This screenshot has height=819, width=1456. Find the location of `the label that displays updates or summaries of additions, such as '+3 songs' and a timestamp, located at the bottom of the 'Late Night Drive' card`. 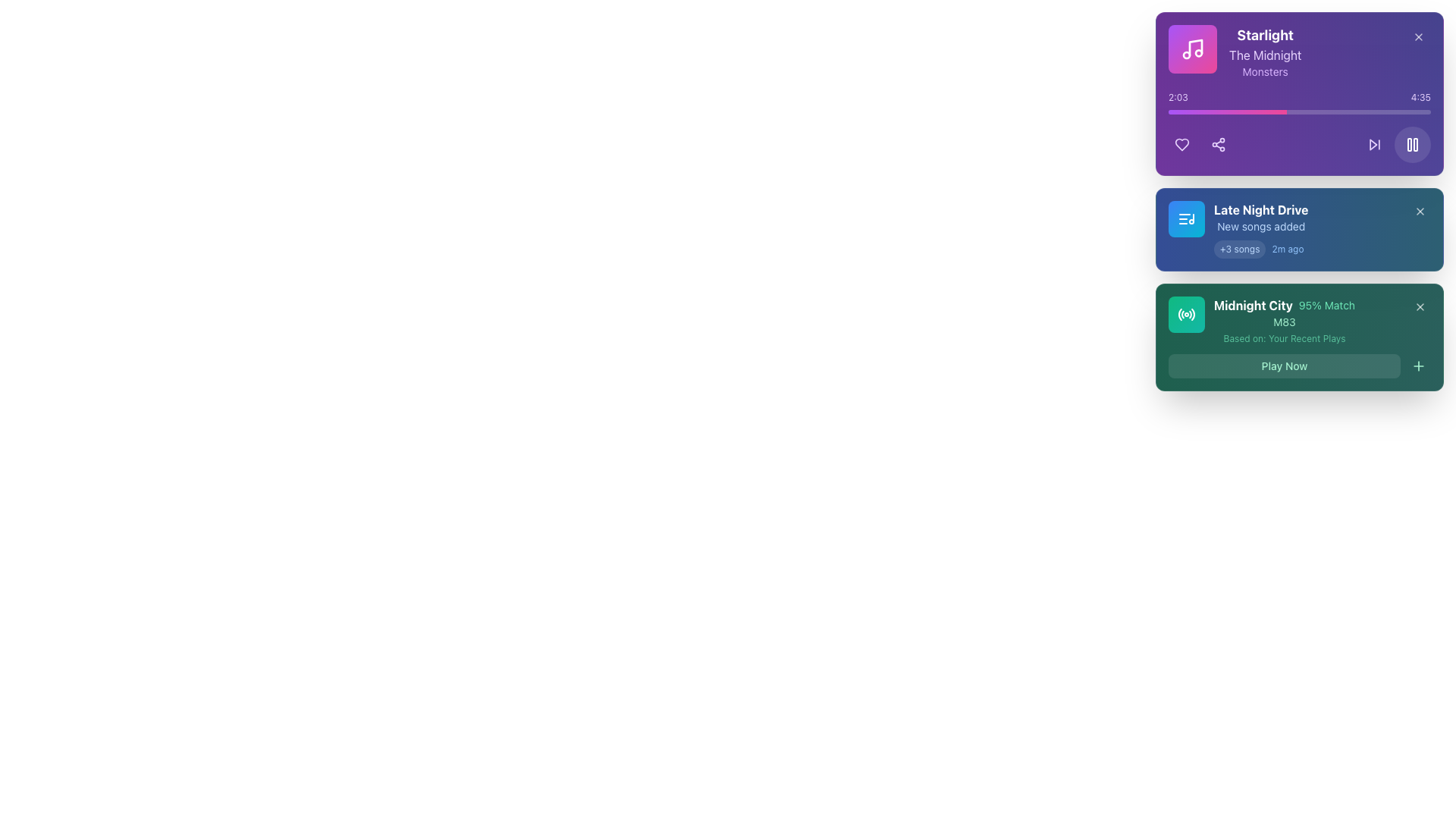

the label that displays updates or summaries of additions, such as '+3 songs' and a timestamp, located at the bottom of the 'Late Night Drive' card is located at coordinates (1261, 248).